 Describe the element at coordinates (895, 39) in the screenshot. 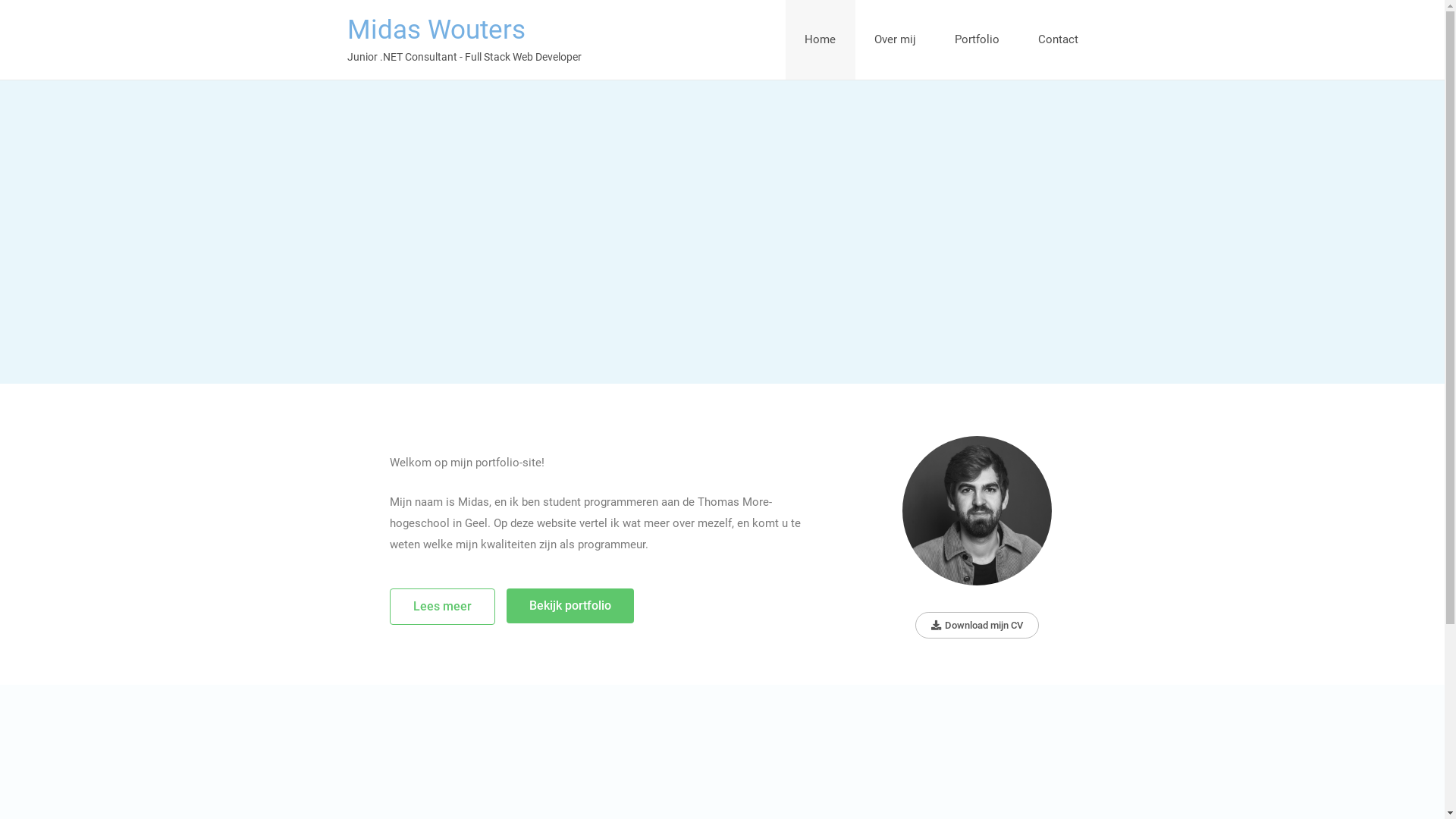

I see `'Over mij'` at that location.